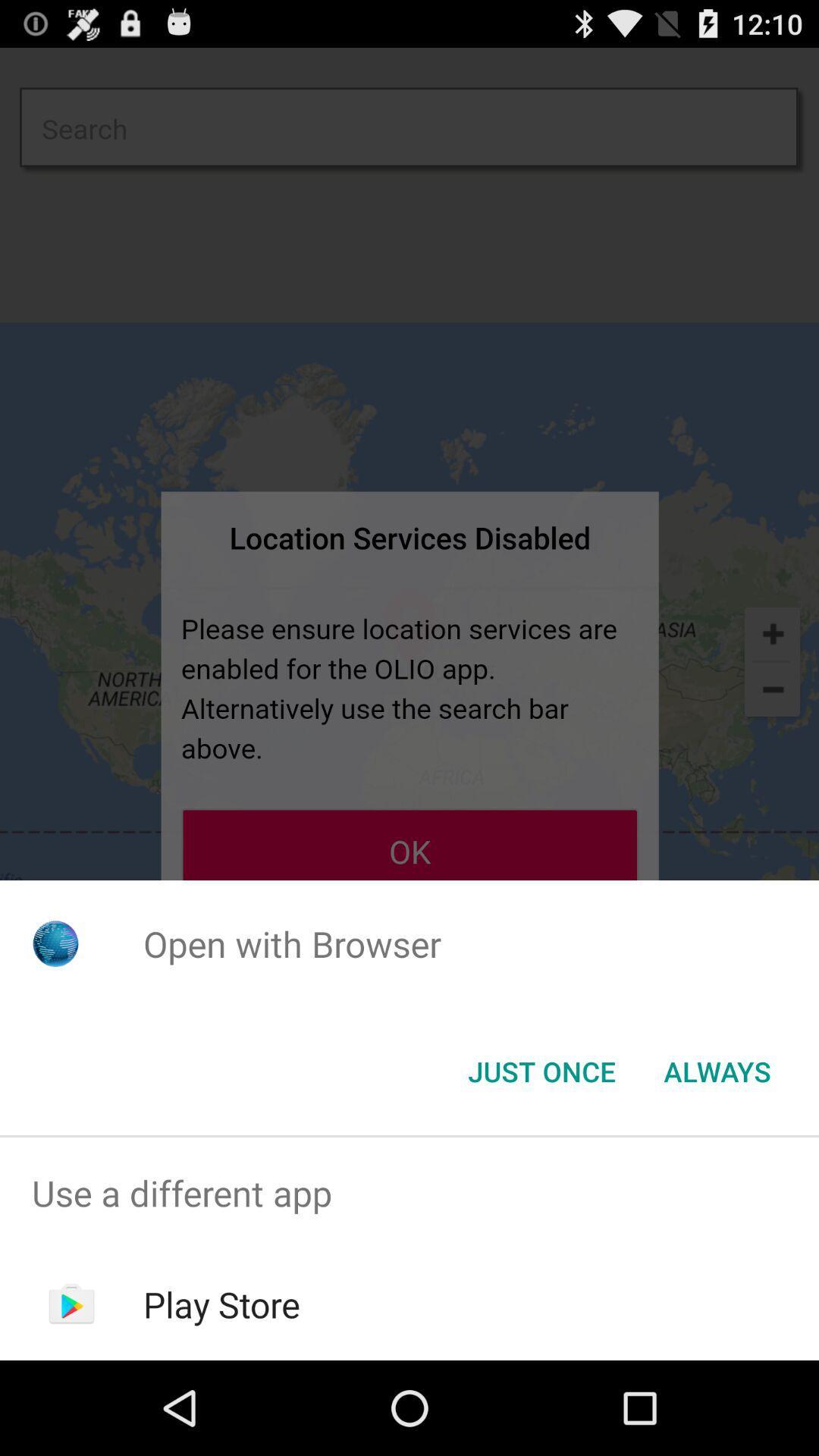  I want to click on play store app, so click(221, 1304).